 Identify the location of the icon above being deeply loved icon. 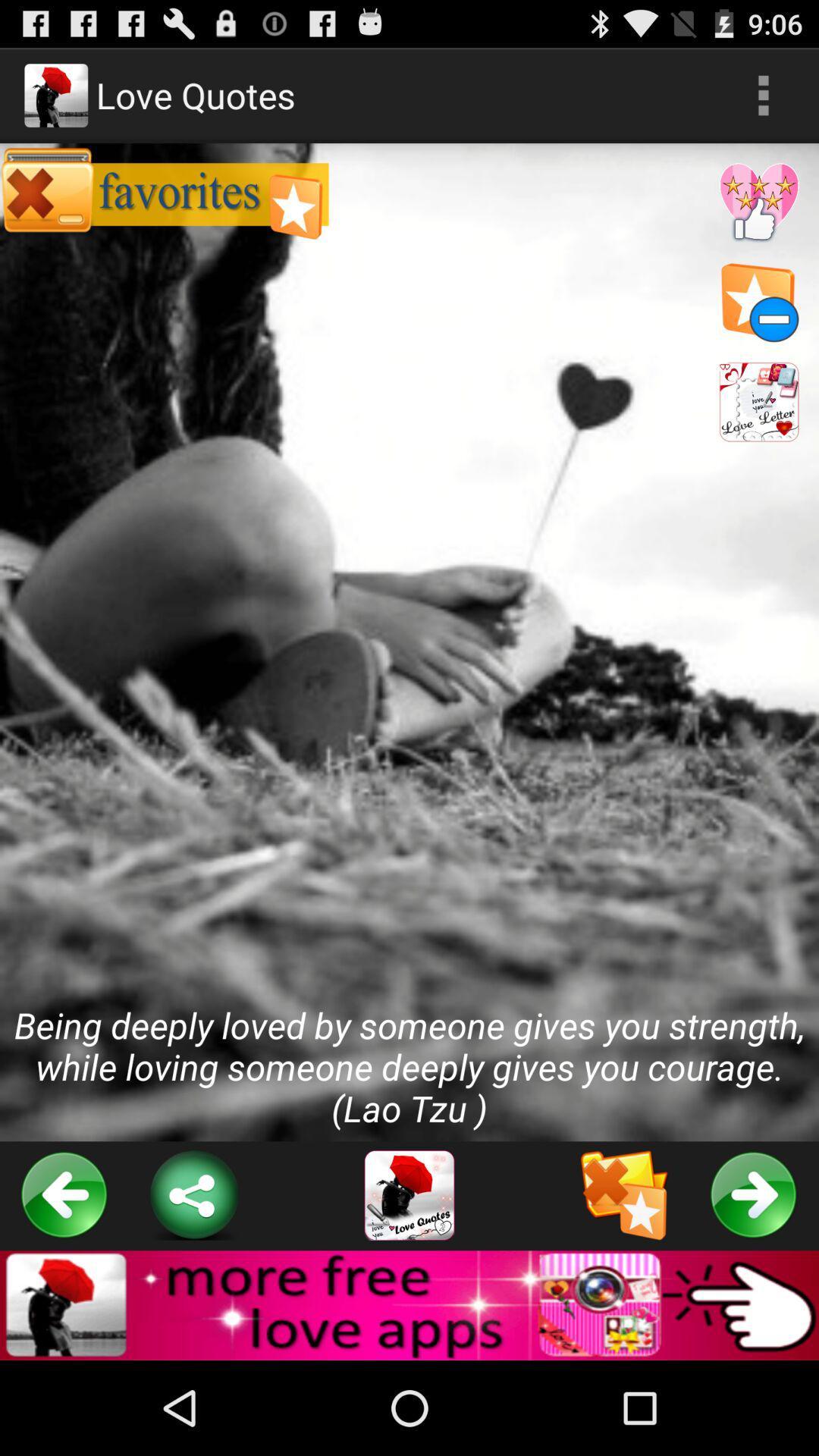
(763, 94).